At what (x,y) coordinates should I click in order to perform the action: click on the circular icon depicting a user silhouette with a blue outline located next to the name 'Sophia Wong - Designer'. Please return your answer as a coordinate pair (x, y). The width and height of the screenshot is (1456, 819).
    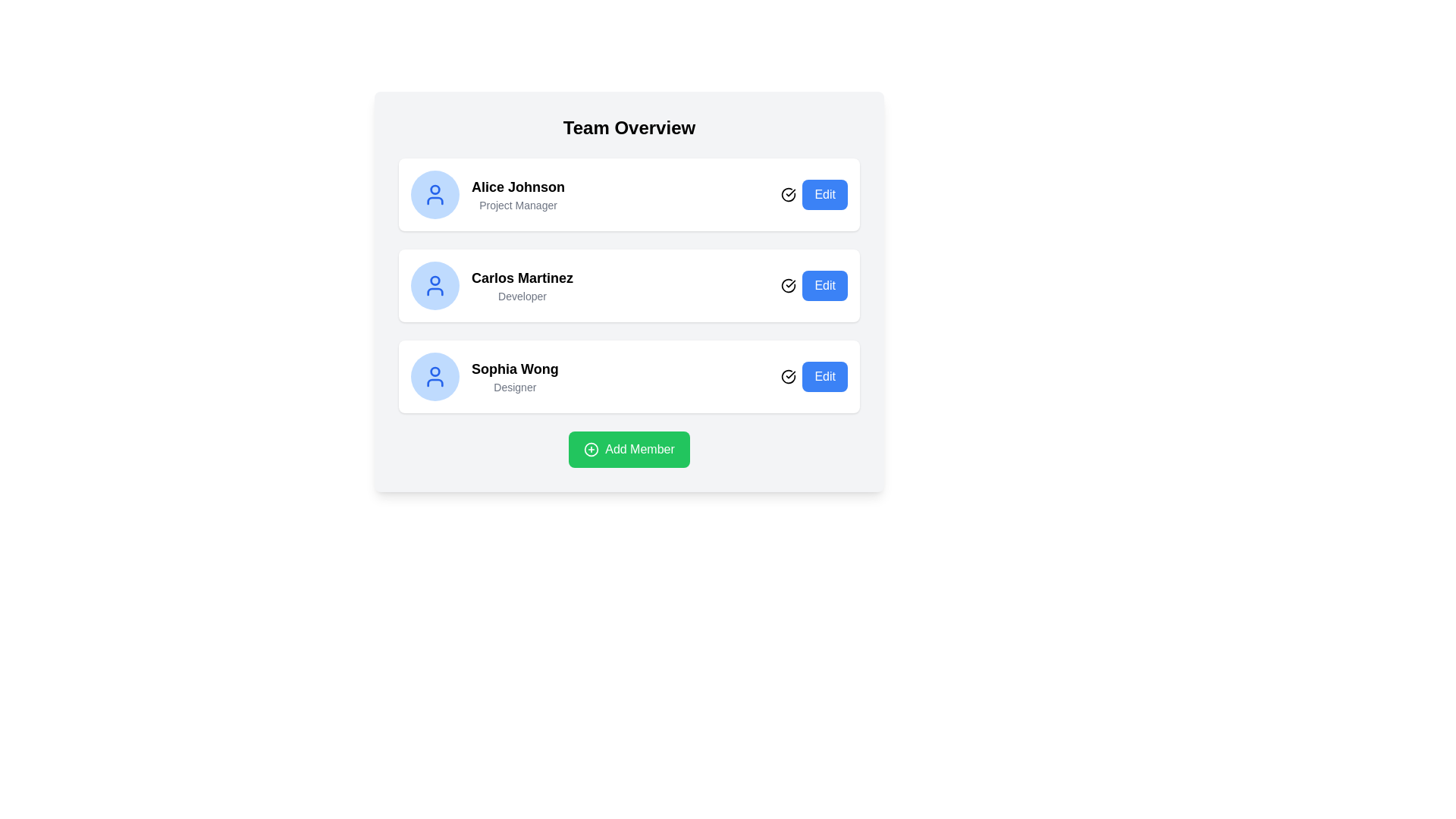
    Looking at the image, I should click on (435, 376).